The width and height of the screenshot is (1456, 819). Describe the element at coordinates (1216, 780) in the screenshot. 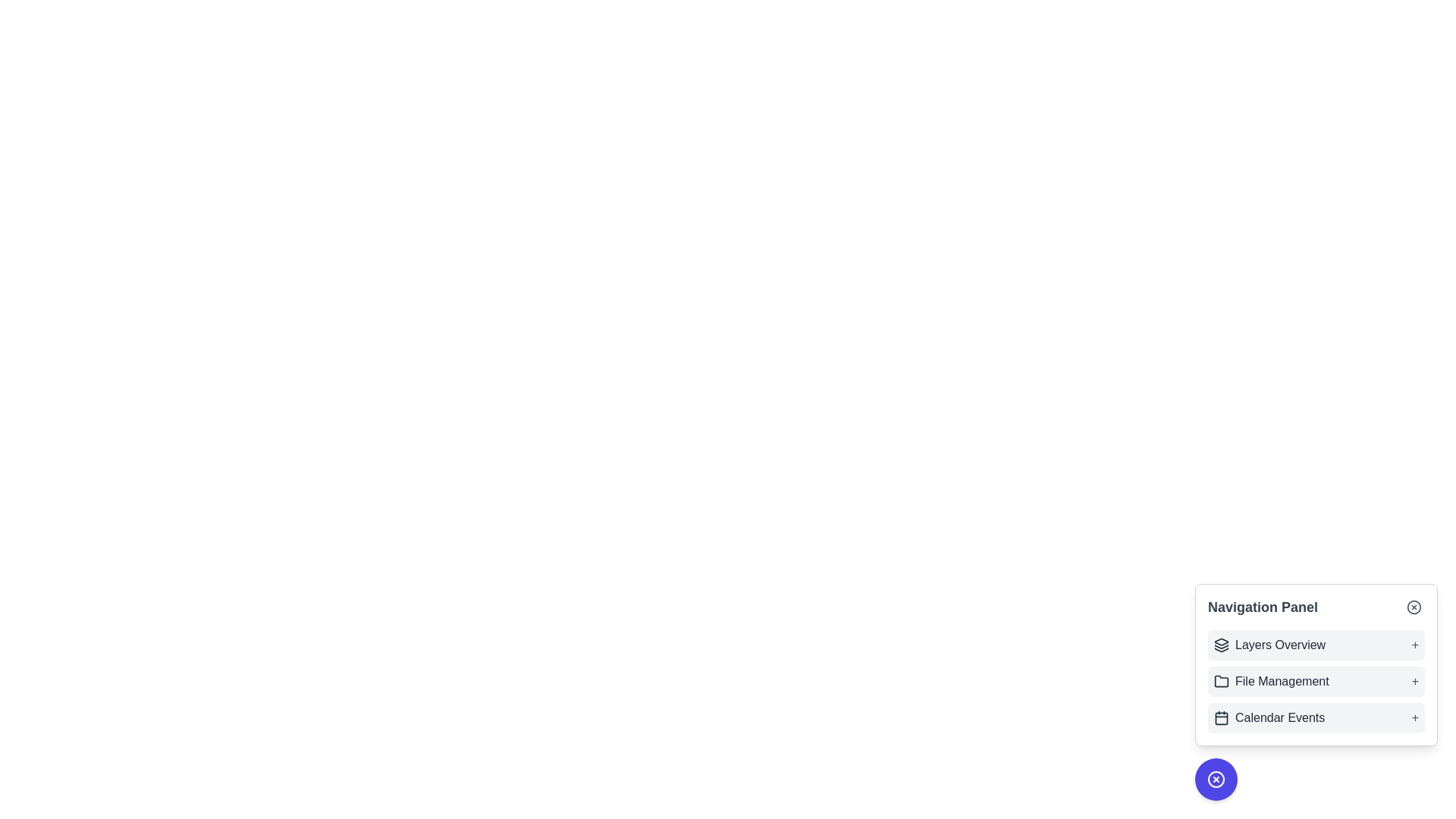

I see `the circular icon with a cross mark in its center, which has a purple background and white strokes, located at the bottom-right corner of the interface beneath the navigation panel` at that location.